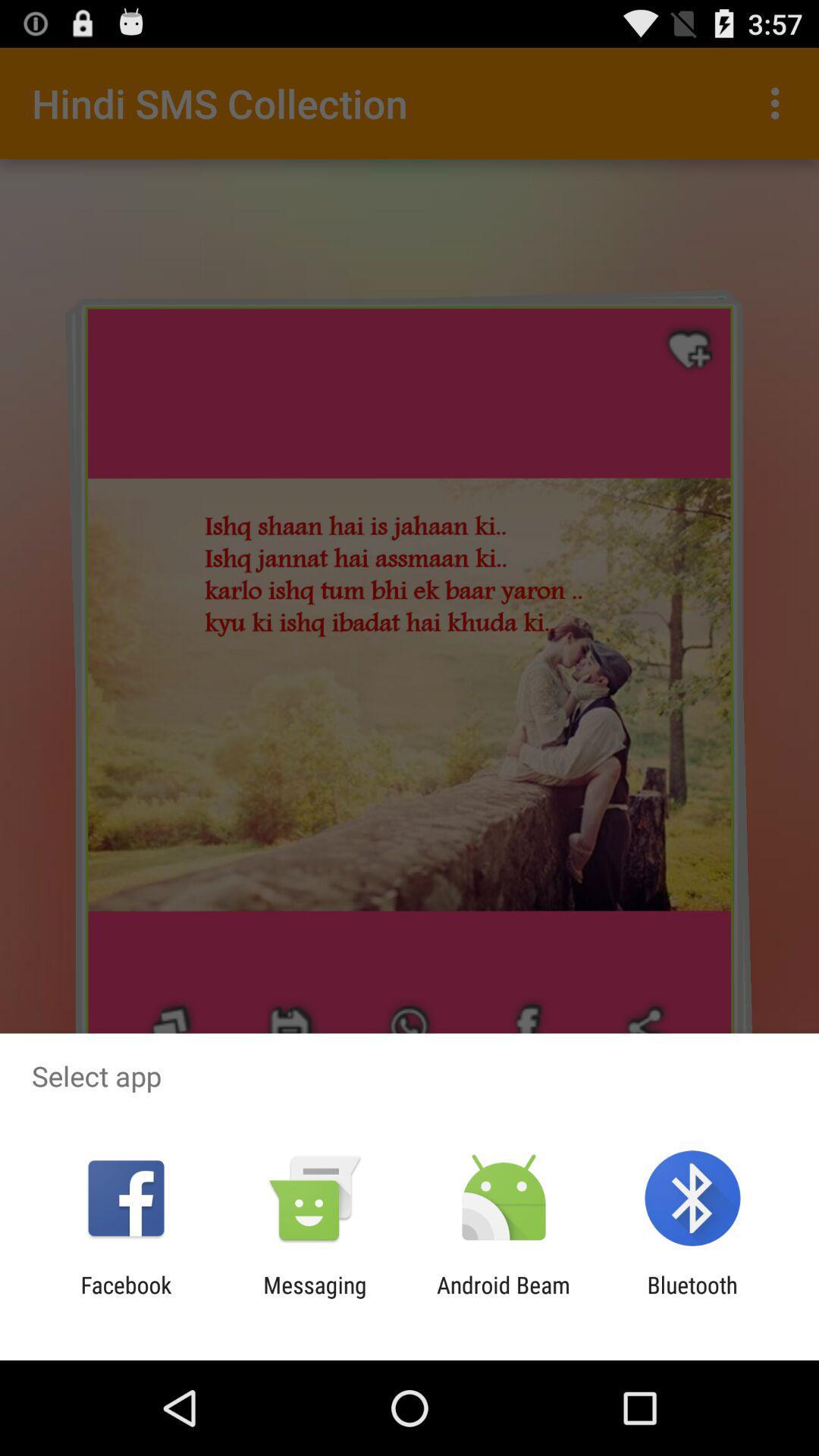 This screenshot has height=1456, width=819. I want to click on the facebook item, so click(125, 1298).